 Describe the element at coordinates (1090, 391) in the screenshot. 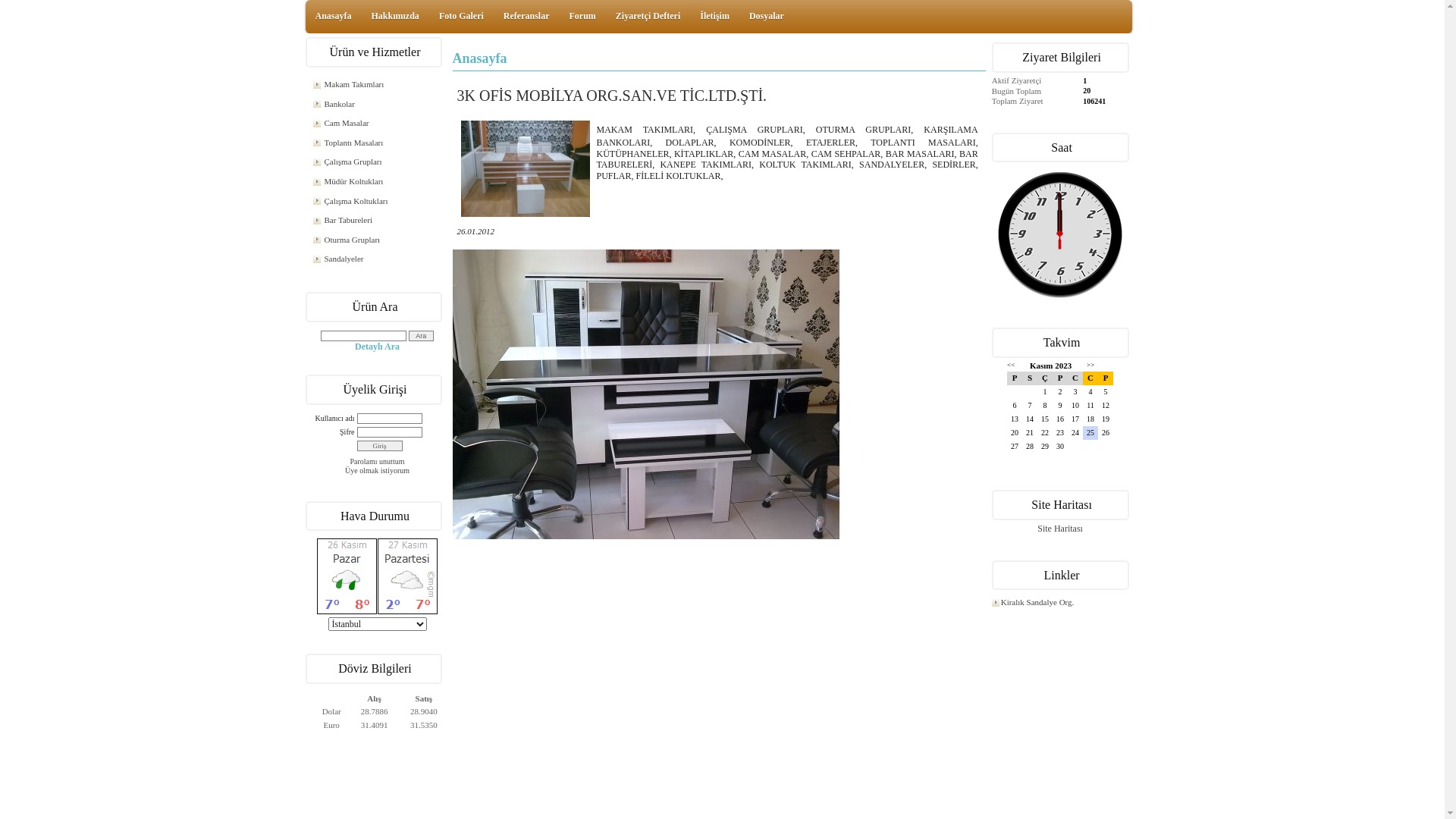

I see `'4'` at that location.